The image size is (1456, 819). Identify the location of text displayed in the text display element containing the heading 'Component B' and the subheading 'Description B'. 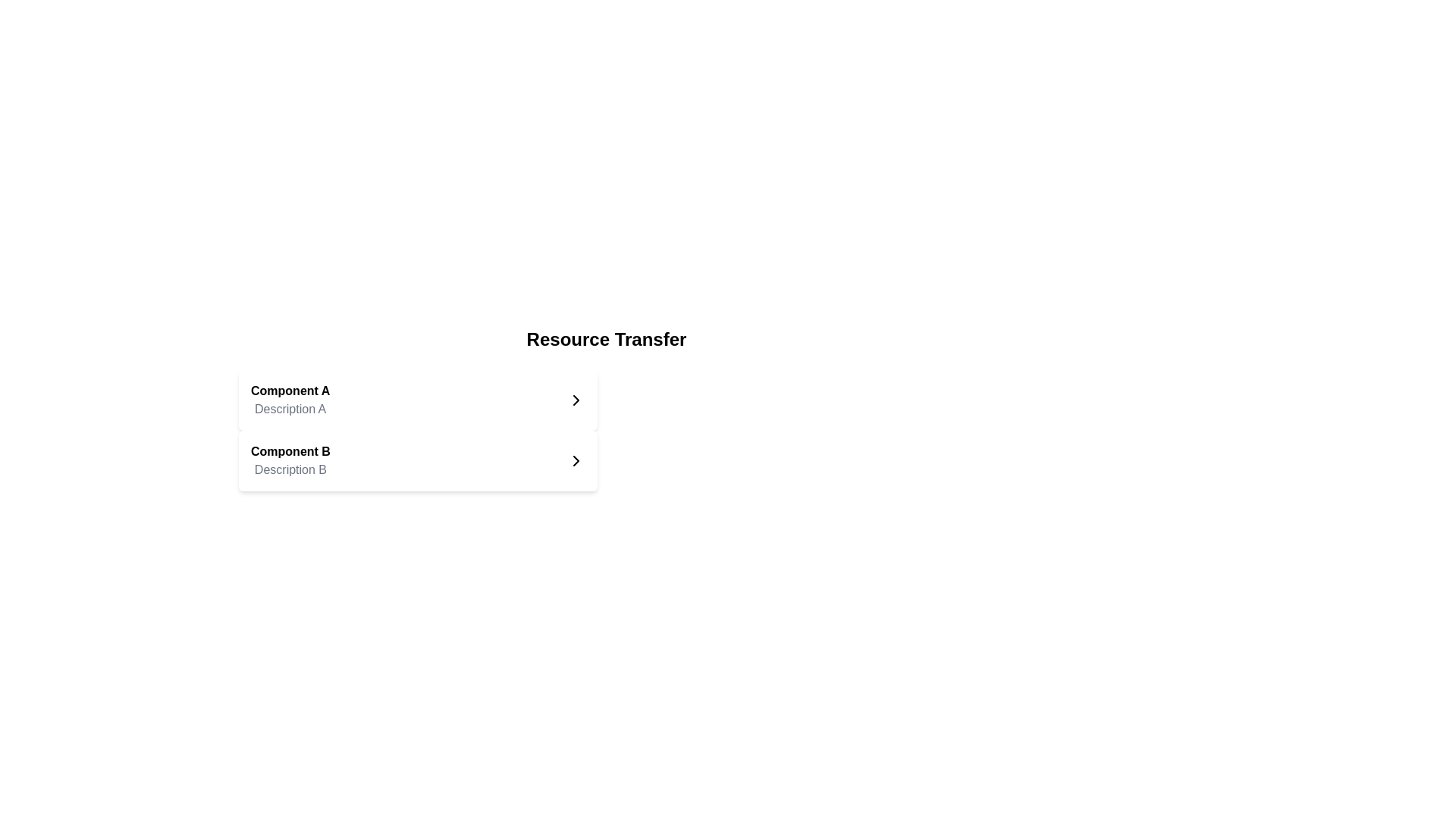
(290, 460).